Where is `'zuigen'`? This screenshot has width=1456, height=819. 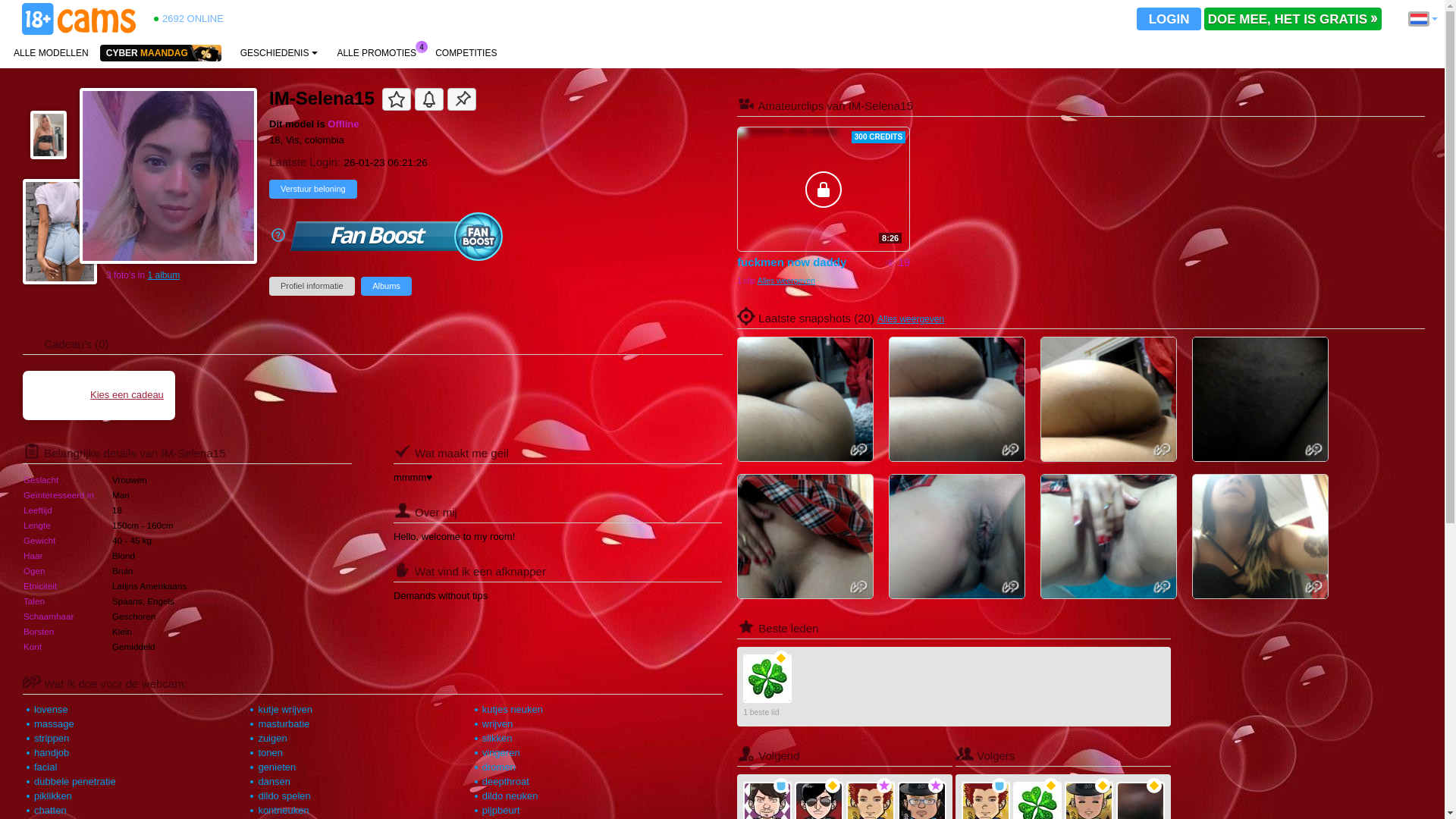 'zuigen' is located at coordinates (272, 737).